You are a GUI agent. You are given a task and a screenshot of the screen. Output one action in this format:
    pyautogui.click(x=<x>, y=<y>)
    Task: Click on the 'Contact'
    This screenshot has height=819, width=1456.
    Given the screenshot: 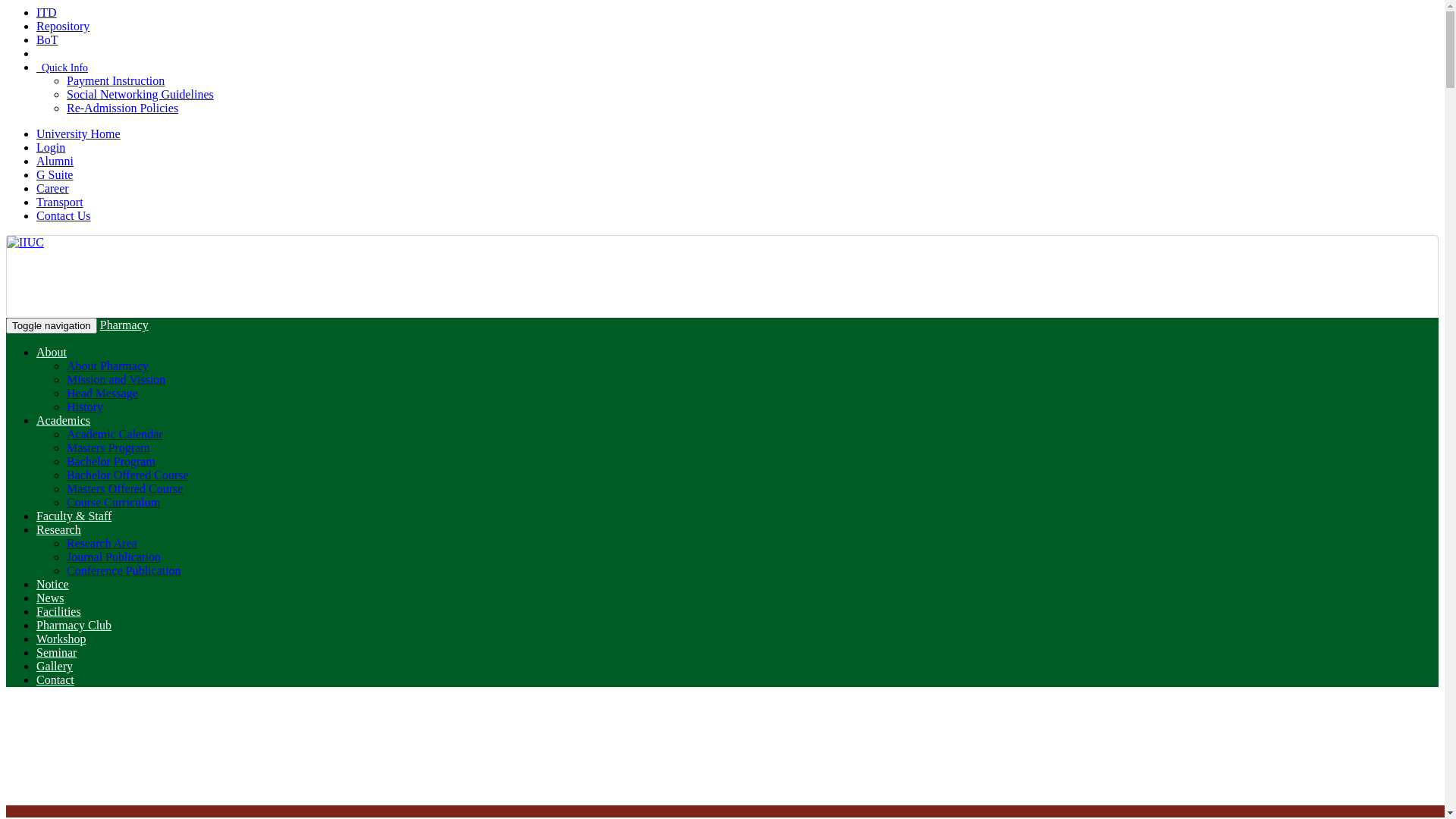 What is the action you would take?
    pyautogui.click(x=55, y=679)
    